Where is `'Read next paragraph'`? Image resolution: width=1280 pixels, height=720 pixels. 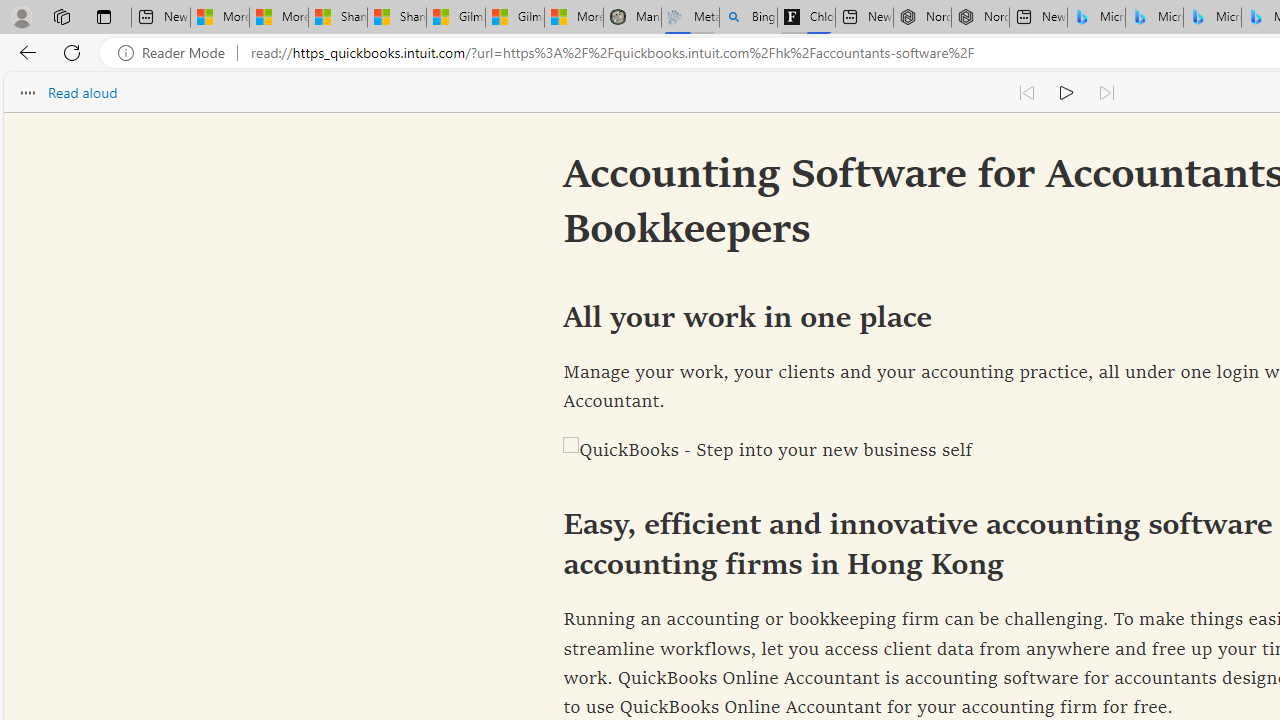 'Read next paragraph' is located at coordinates (1104, 92).